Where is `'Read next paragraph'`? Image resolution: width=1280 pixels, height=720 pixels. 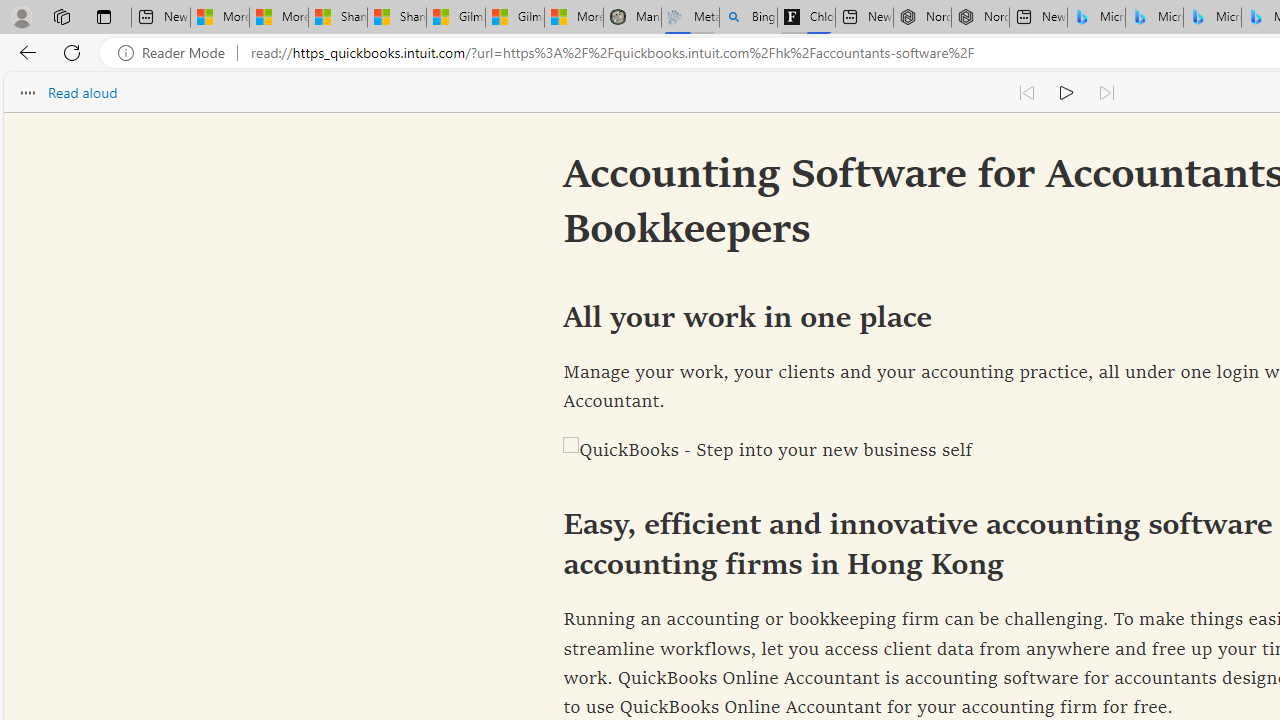 'Read next paragraph' is located at coordinates (1104, 92).